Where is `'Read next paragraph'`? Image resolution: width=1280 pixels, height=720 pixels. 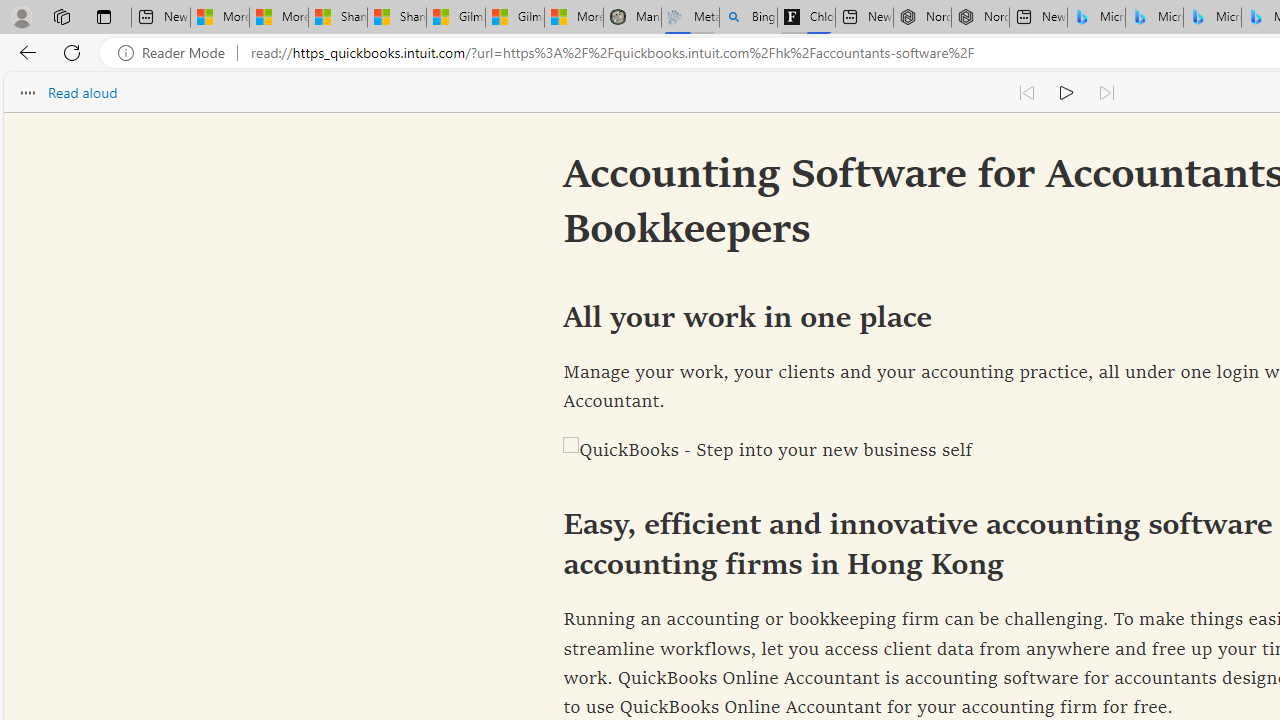 'Read next paragraph' is located at coordinates (1104, 92).